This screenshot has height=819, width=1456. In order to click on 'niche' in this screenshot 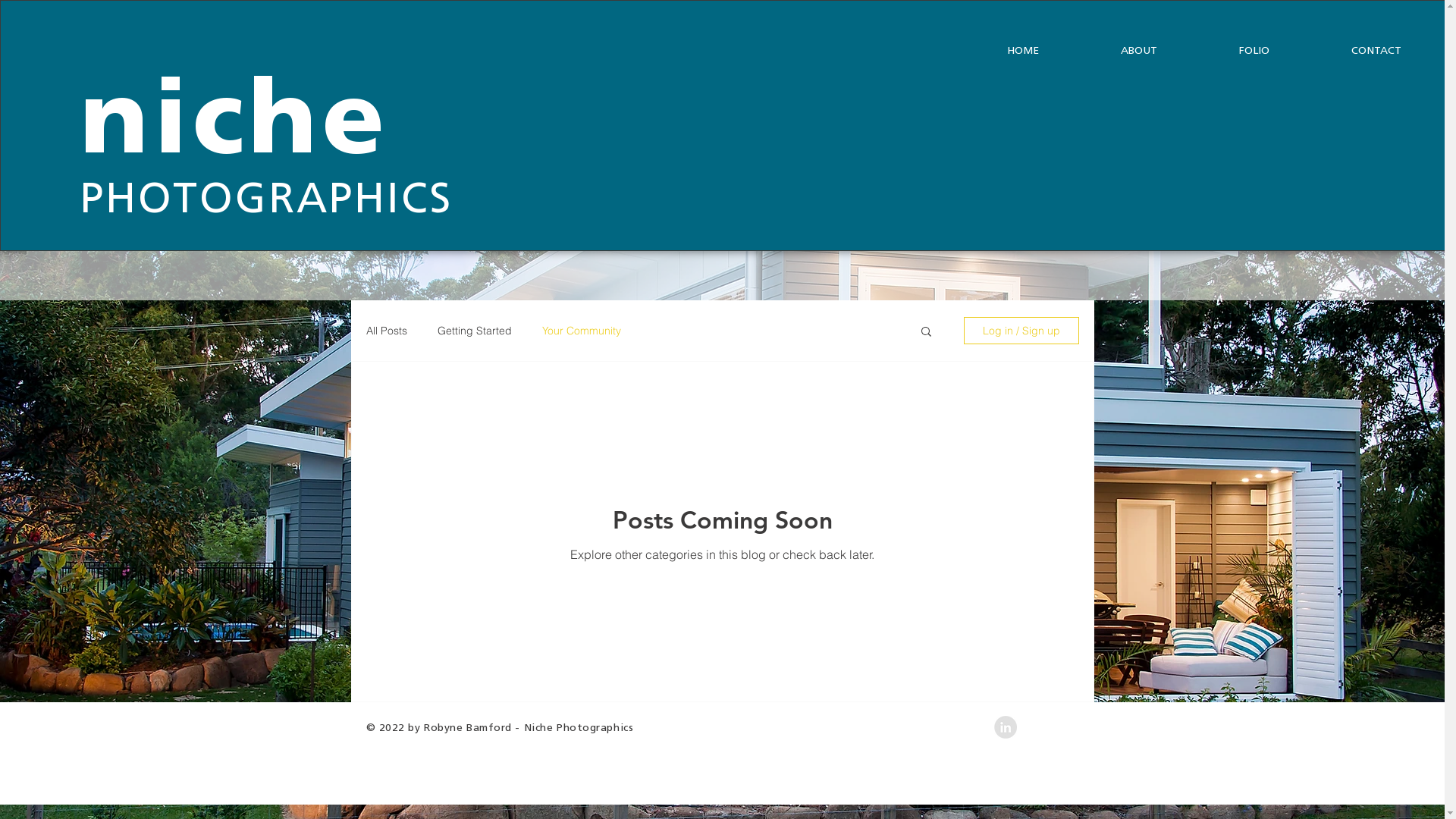, I will do `click(234, 124)`.